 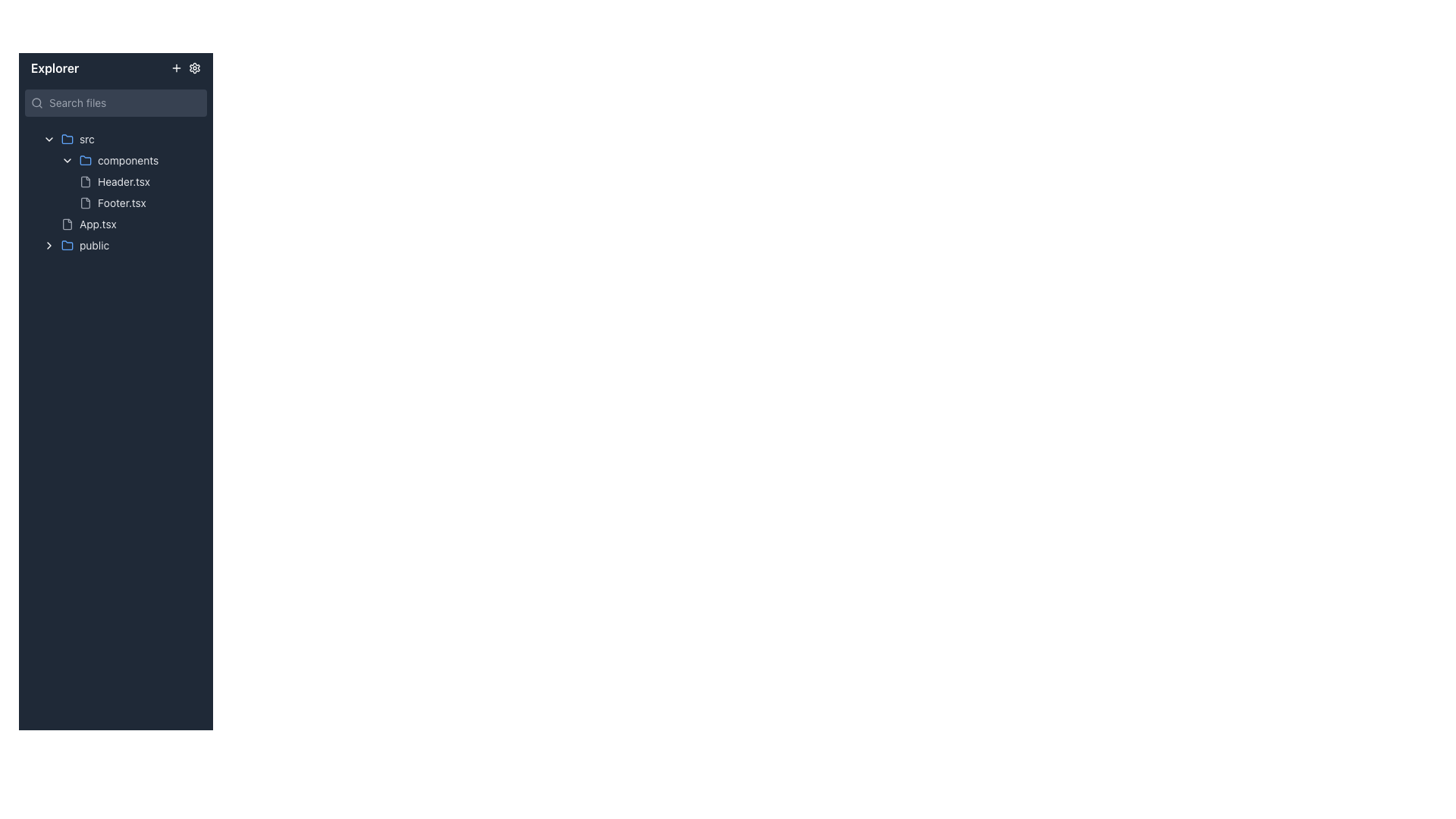 I want to click on the text element labeled 'Header.tsx' in the sidebar panel, so click(x=140, y=180).